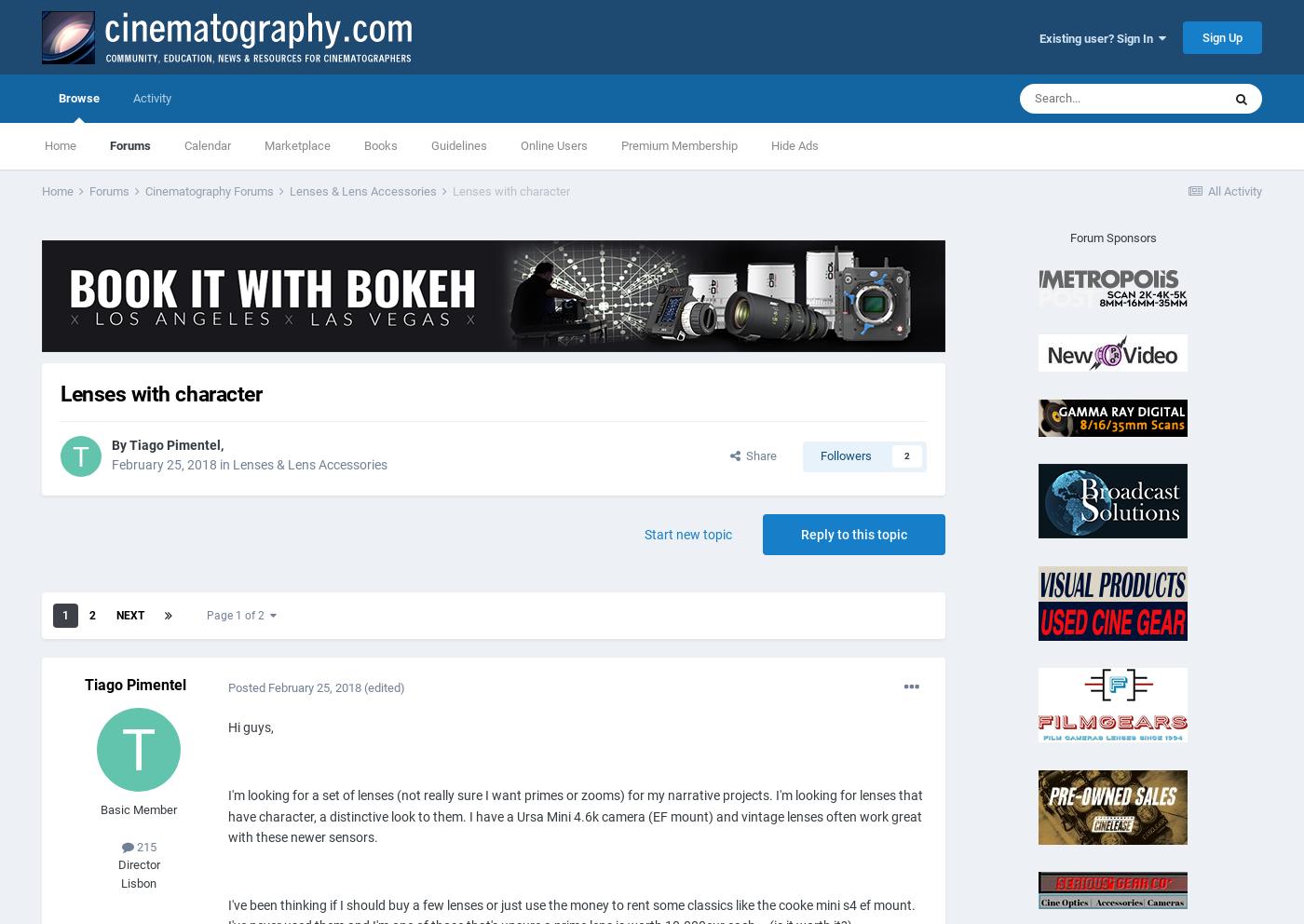 Image resolution: width=1304 pixels, height=924 pixels. What do you see at coordinates (1202, 35) in the screenshot?
I see `'Sign Up'` at bounding box center [1202, 35].